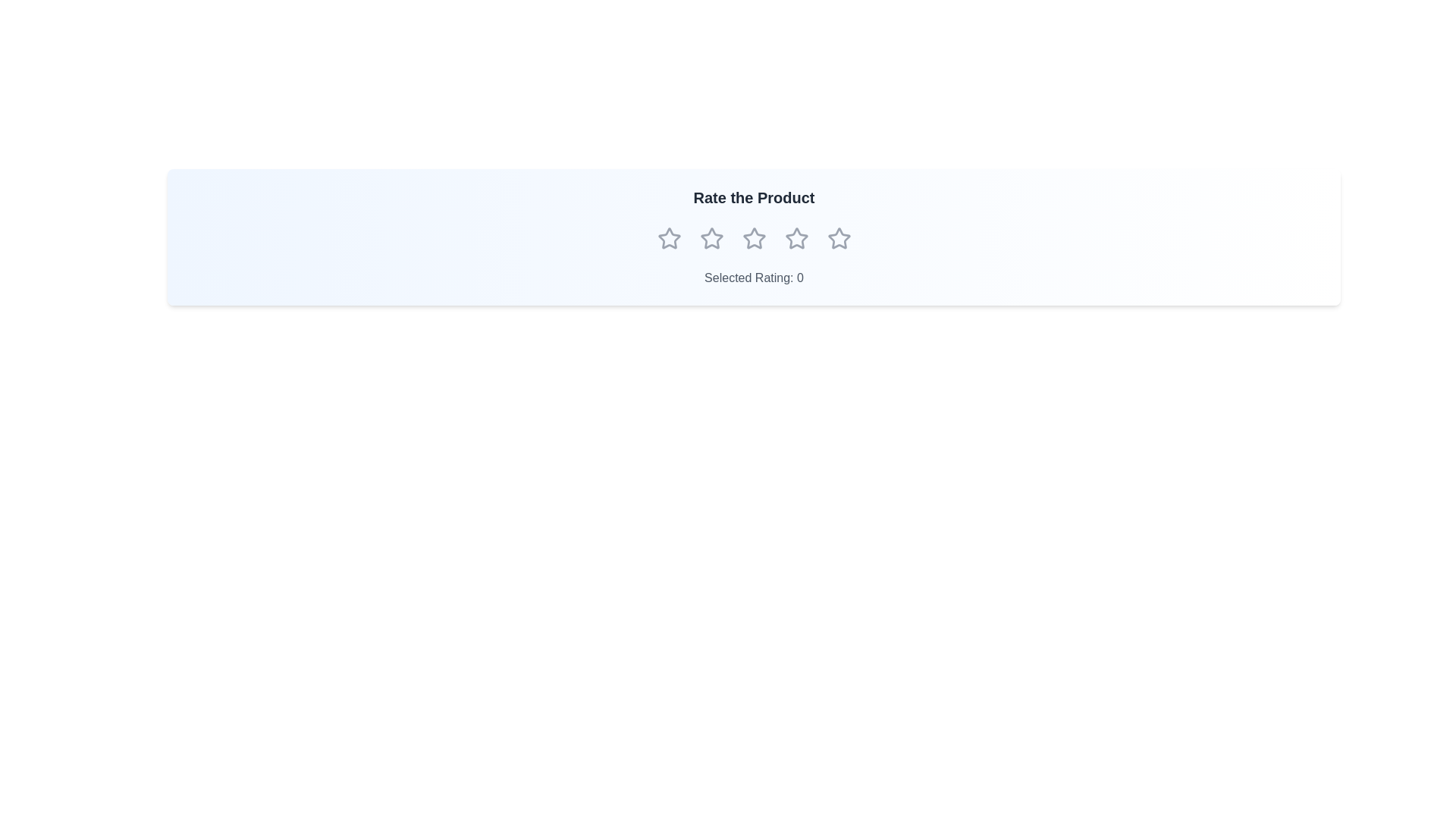  I want to click on the third star in the rating system, so click(795, 239).